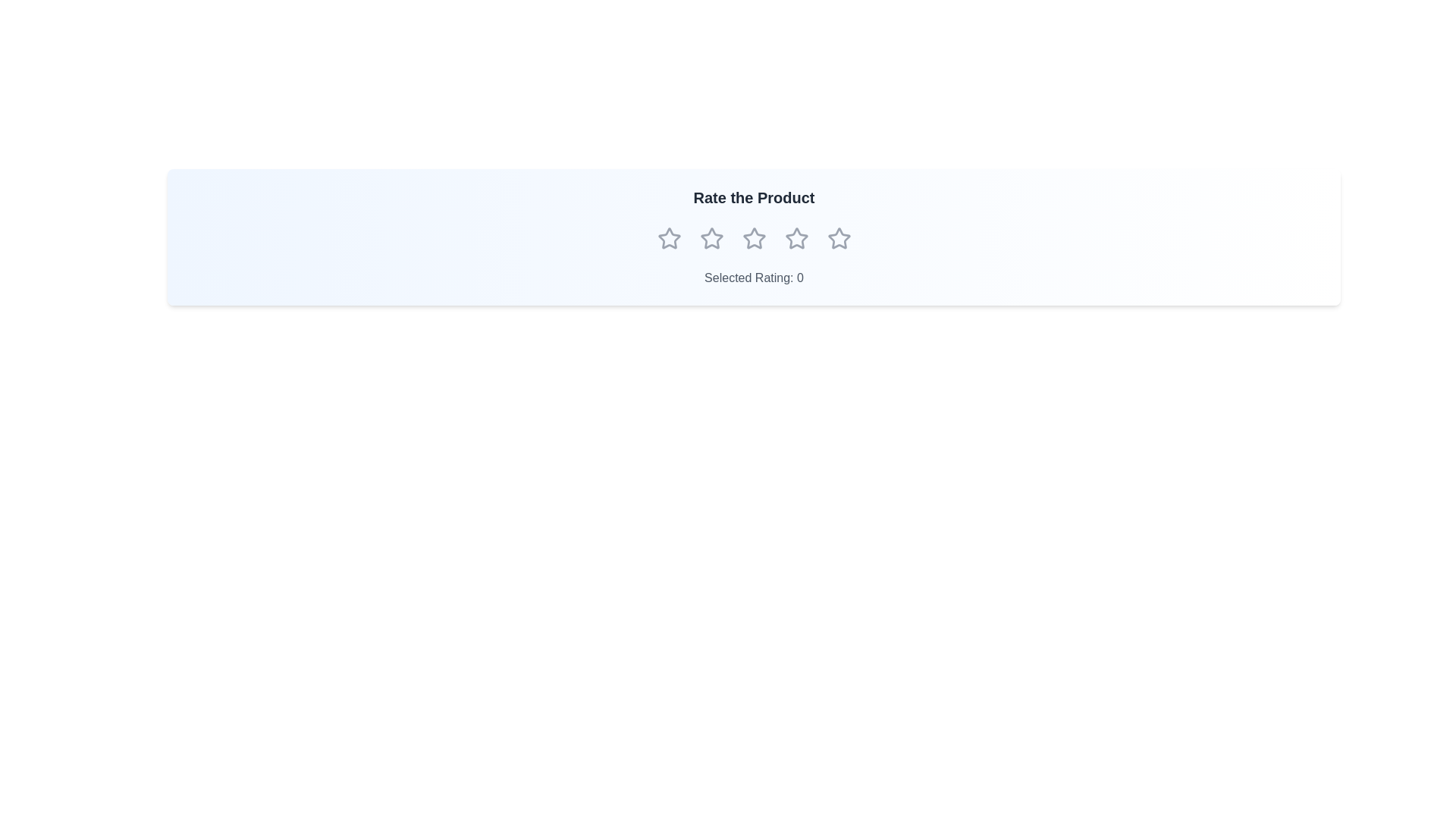  I want to click on the third star in the rating system, so click(795, 239).